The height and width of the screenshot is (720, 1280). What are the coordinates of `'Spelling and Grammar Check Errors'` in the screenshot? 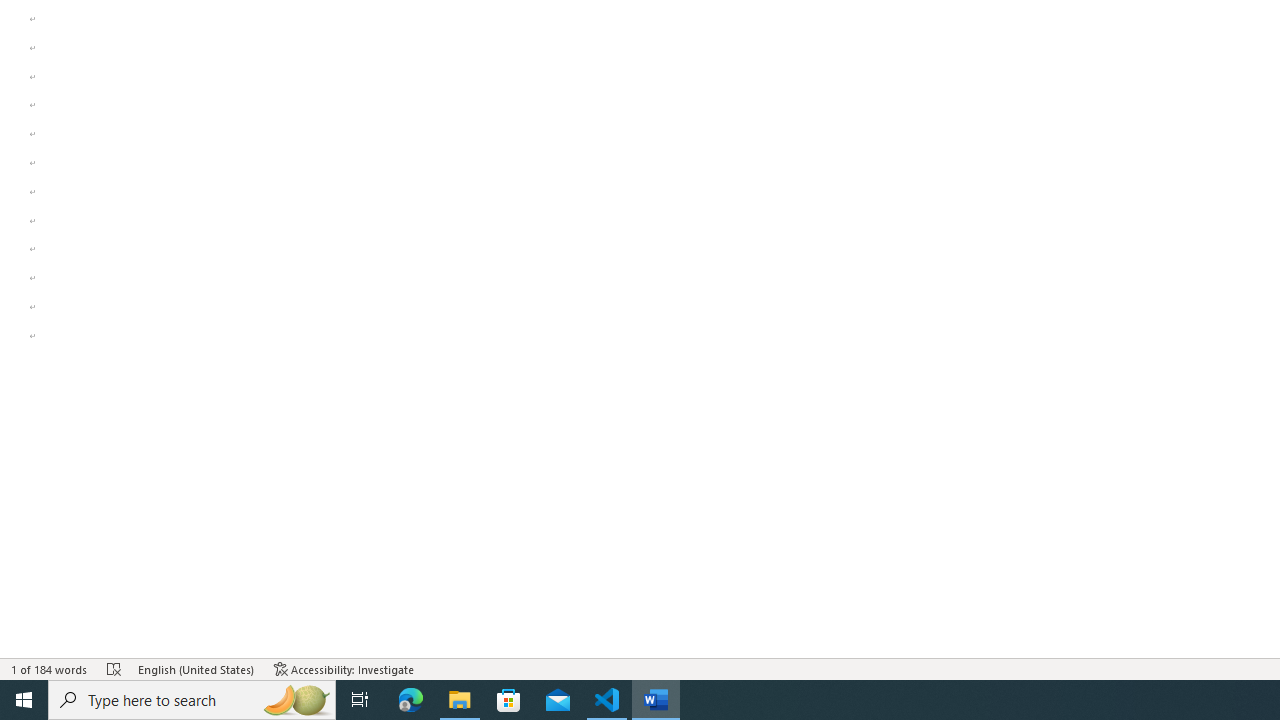 It's located at (113, 669).